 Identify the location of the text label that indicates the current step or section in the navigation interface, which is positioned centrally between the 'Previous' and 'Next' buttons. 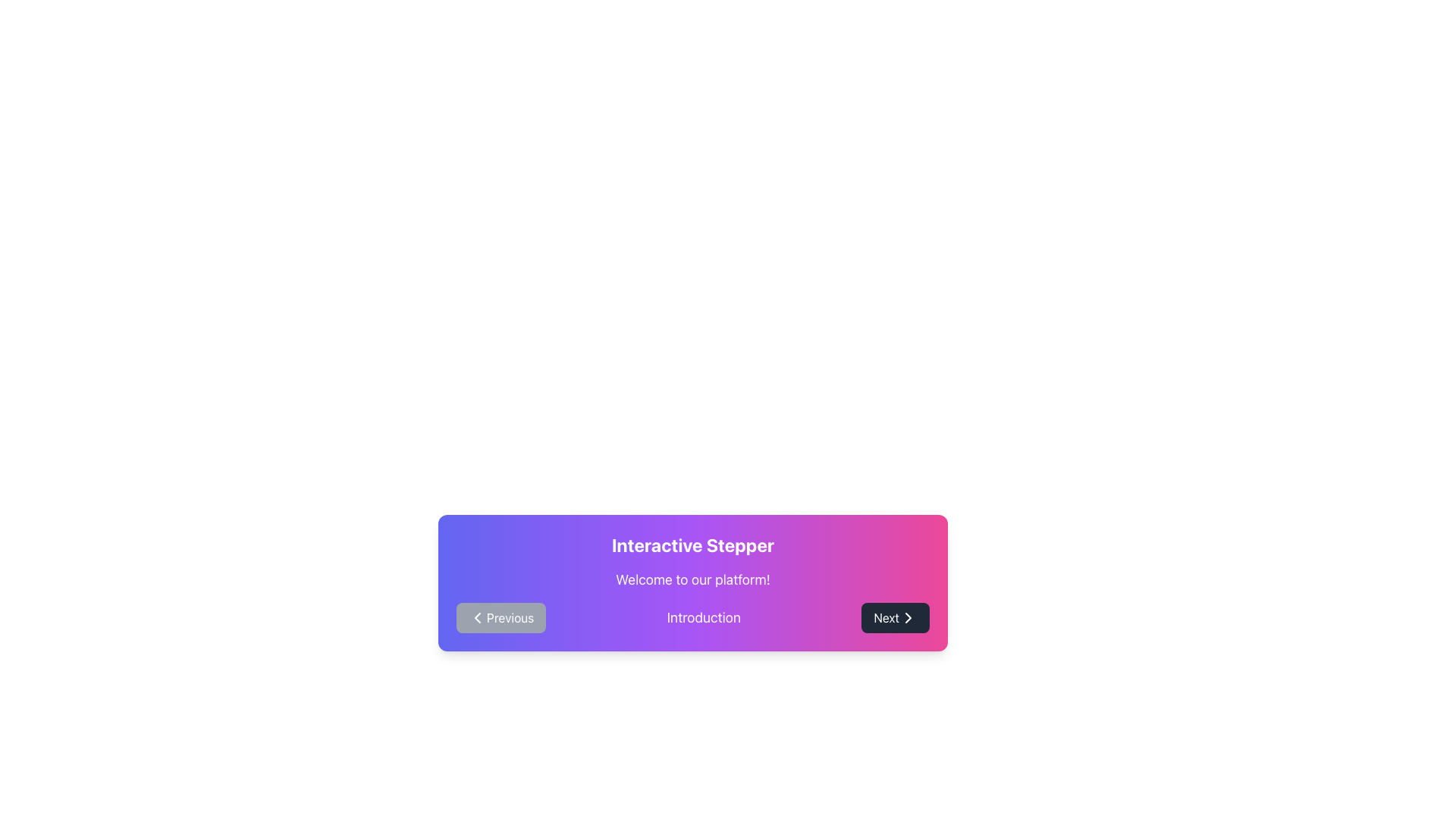
(703, 617).